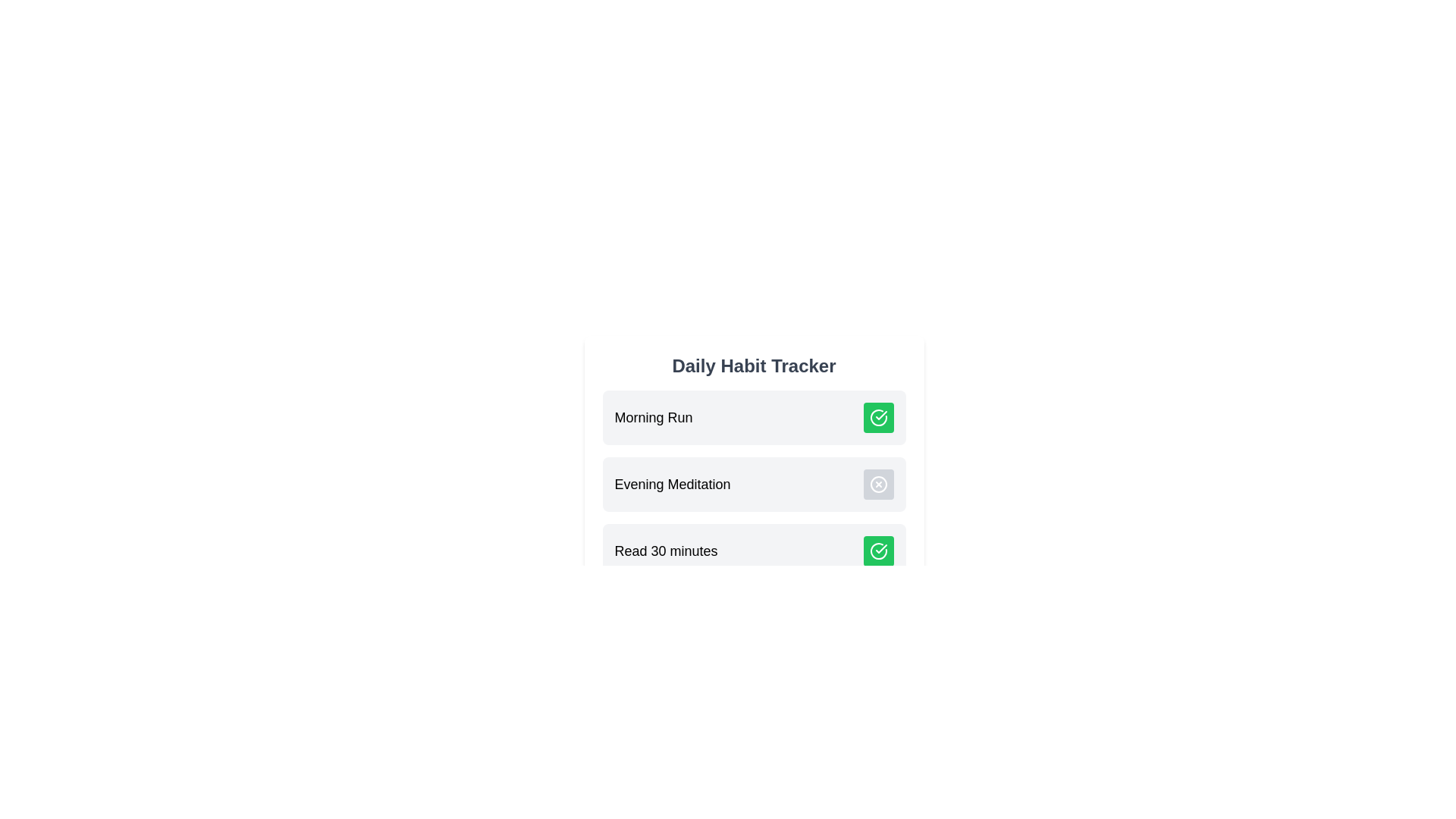 The height and width of the screenshot is (819, 1456). Describe the element at coordinates (880, 415) in the screenshot. I see `the appearance of the checkmark icon within the hollow circle, located at the center of the third row in the 'Daily Habit Tracker' interface` at that location.